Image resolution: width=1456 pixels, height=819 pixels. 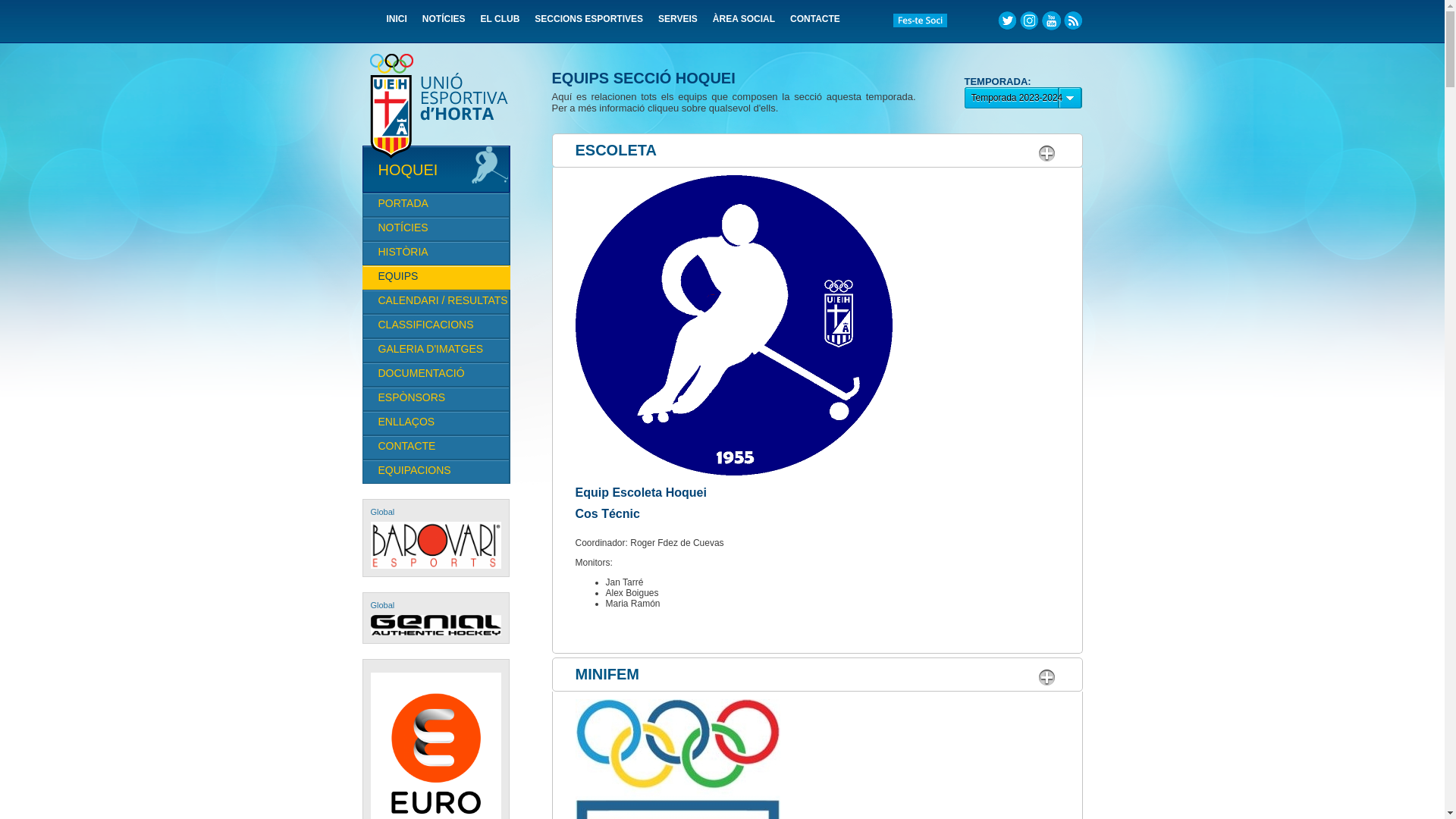 What do you see at coordinates (362, 470) in the screenshot?
I see `'EQUIPACIONS'` at bounding box center [362, 470].